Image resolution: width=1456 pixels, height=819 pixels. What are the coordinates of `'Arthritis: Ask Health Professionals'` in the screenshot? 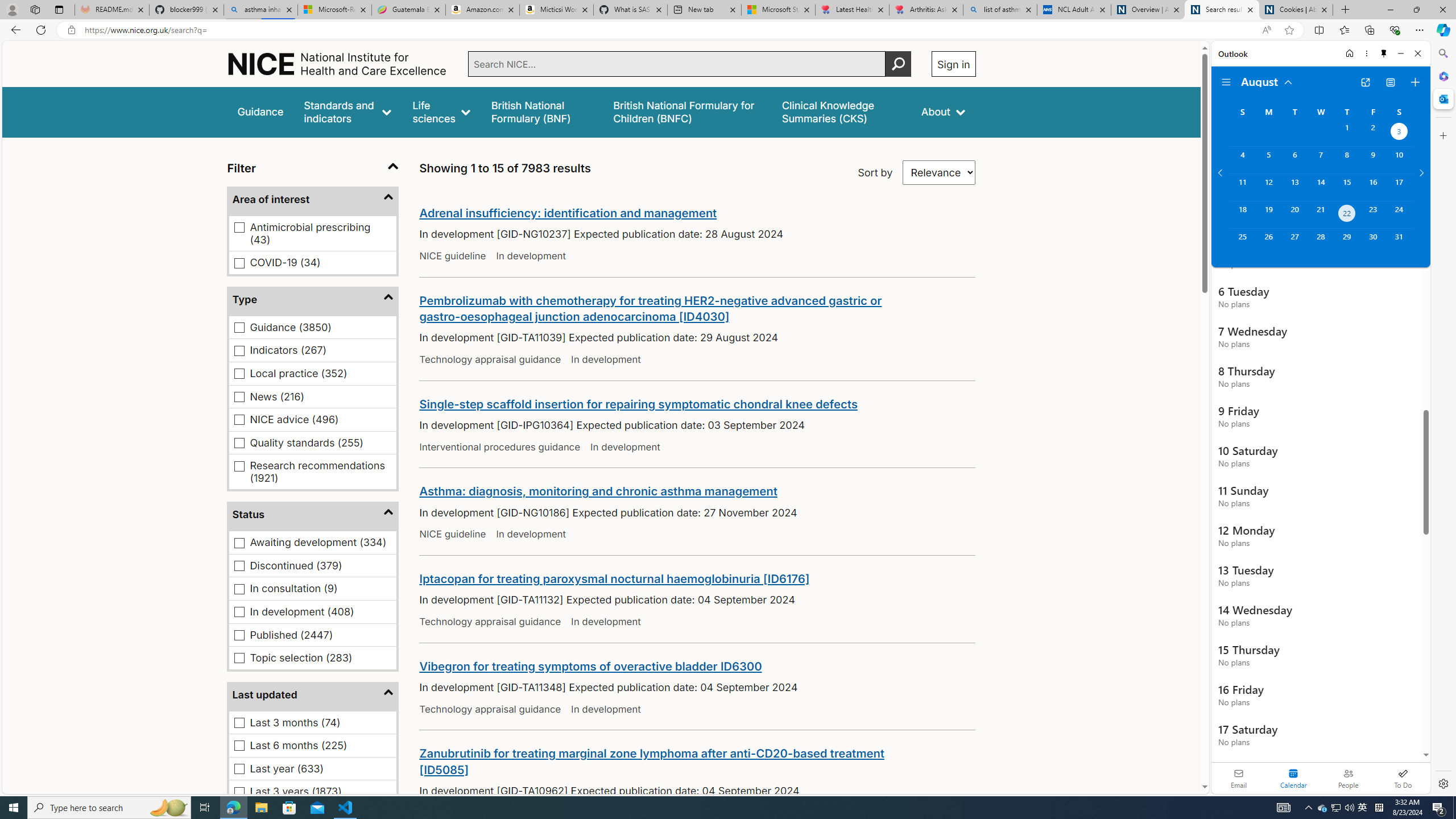 It's located at (925, 9).